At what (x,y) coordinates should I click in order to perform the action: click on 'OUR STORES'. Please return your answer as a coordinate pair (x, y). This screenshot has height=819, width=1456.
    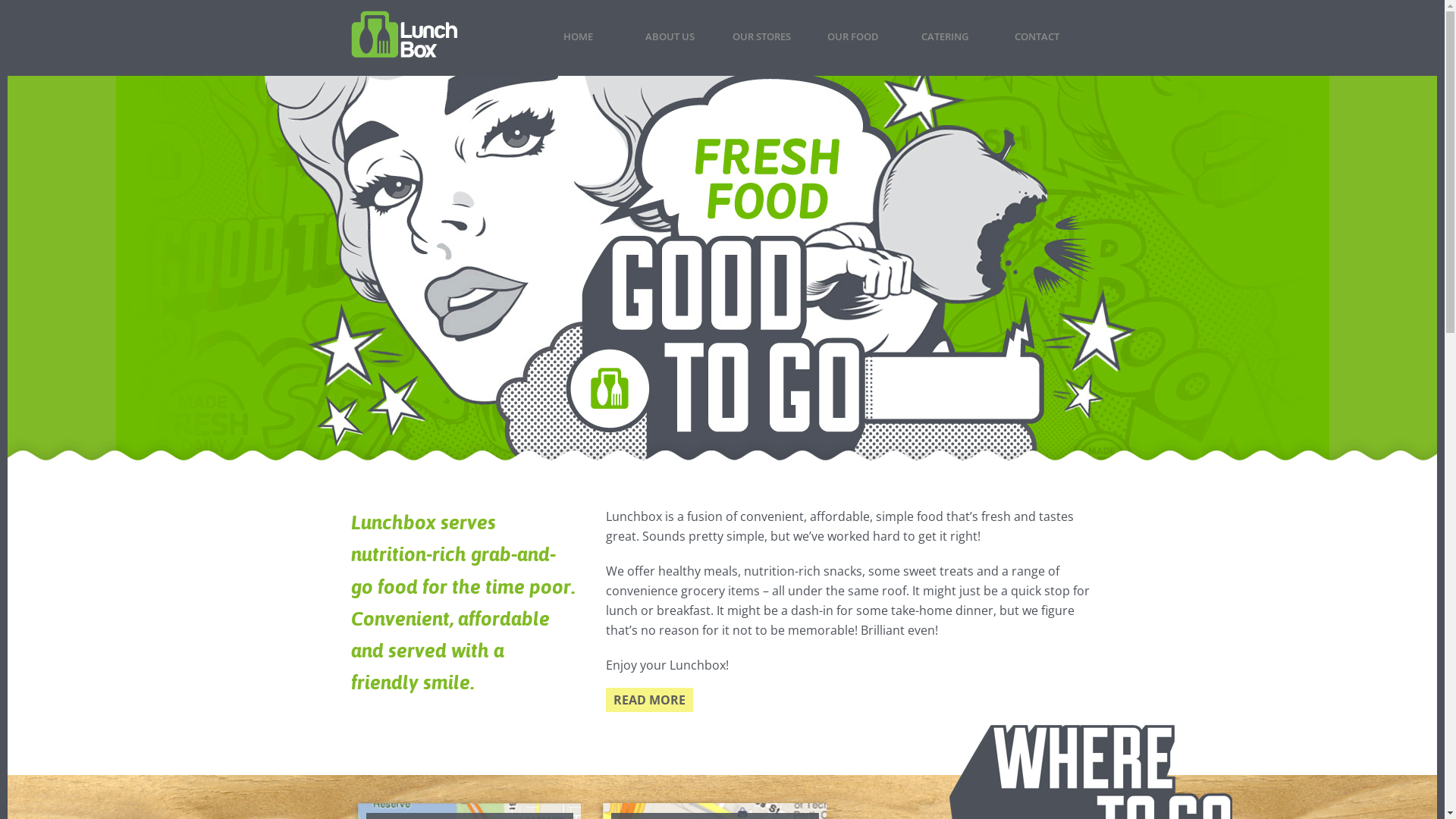
    Looking at the image, I should click on (761, 42).